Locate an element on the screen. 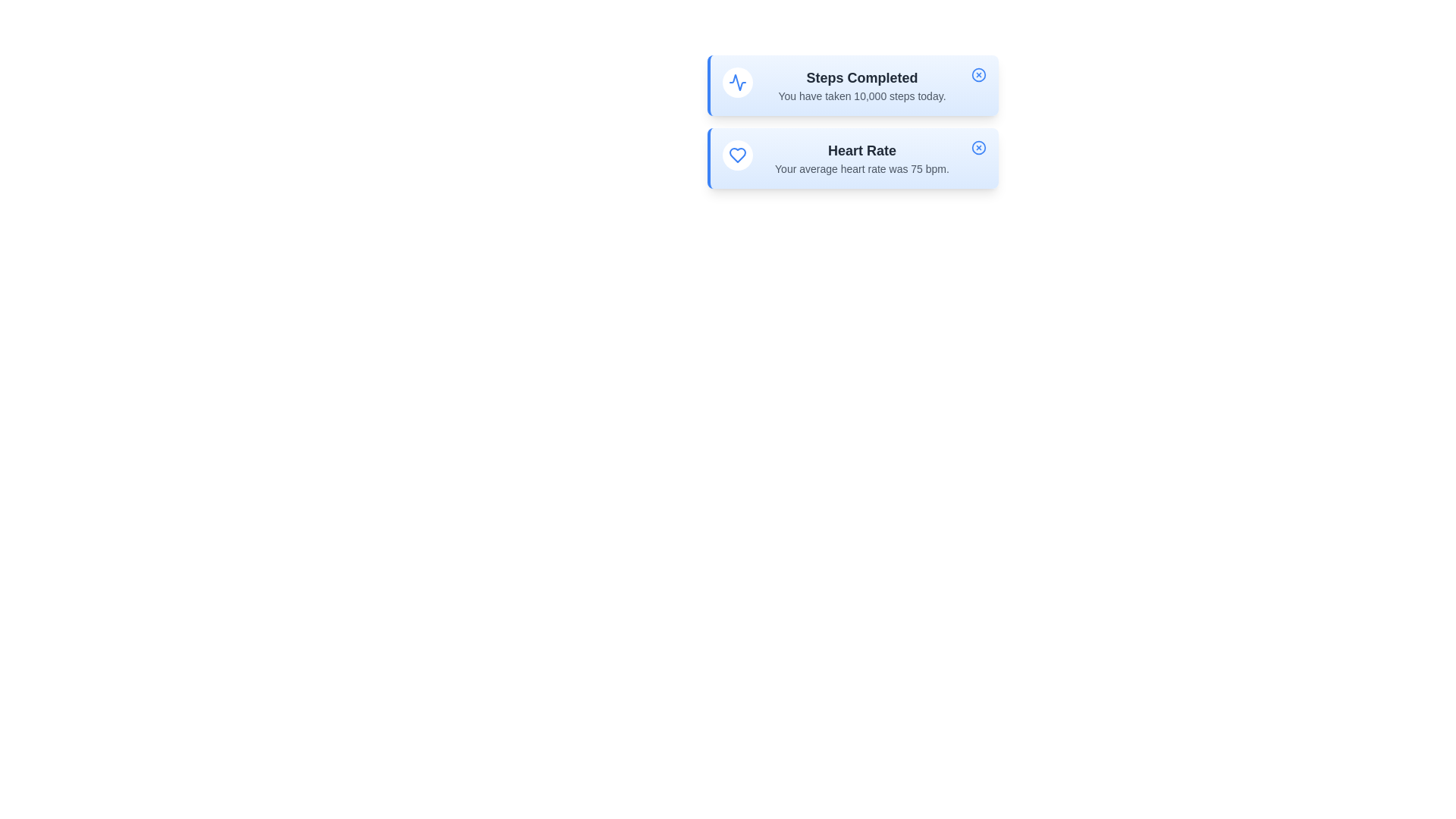  close button for the activity titled 'Steps Completed' is located at coordinates (979, 75).